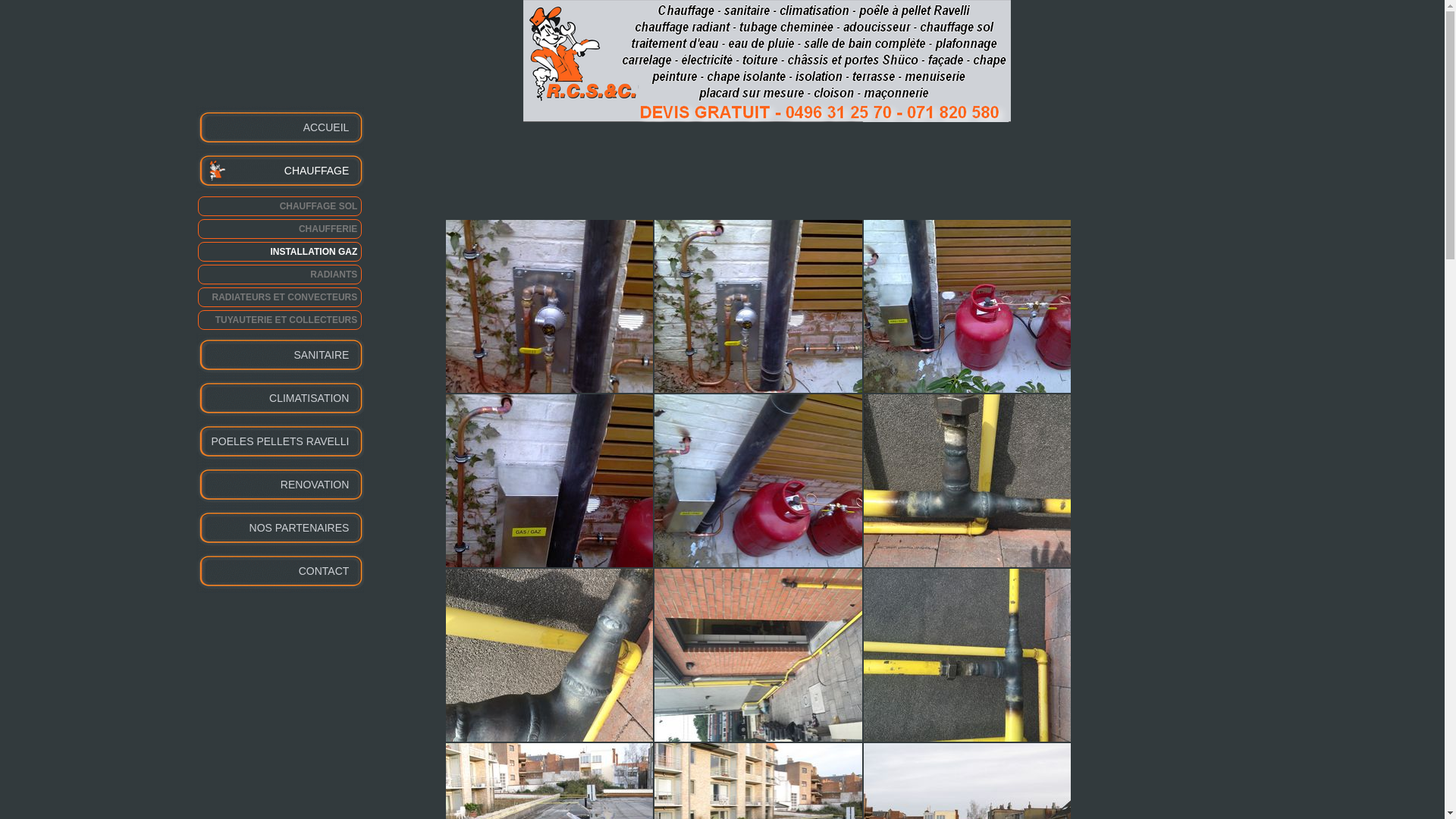 Image resolution: width=1456 pixels, height=819 pixels. What do you see at coordinates (279, 250) in the screenshot?
I see `'INSTALLATION GAZ'` at bounding box center [279, 250].